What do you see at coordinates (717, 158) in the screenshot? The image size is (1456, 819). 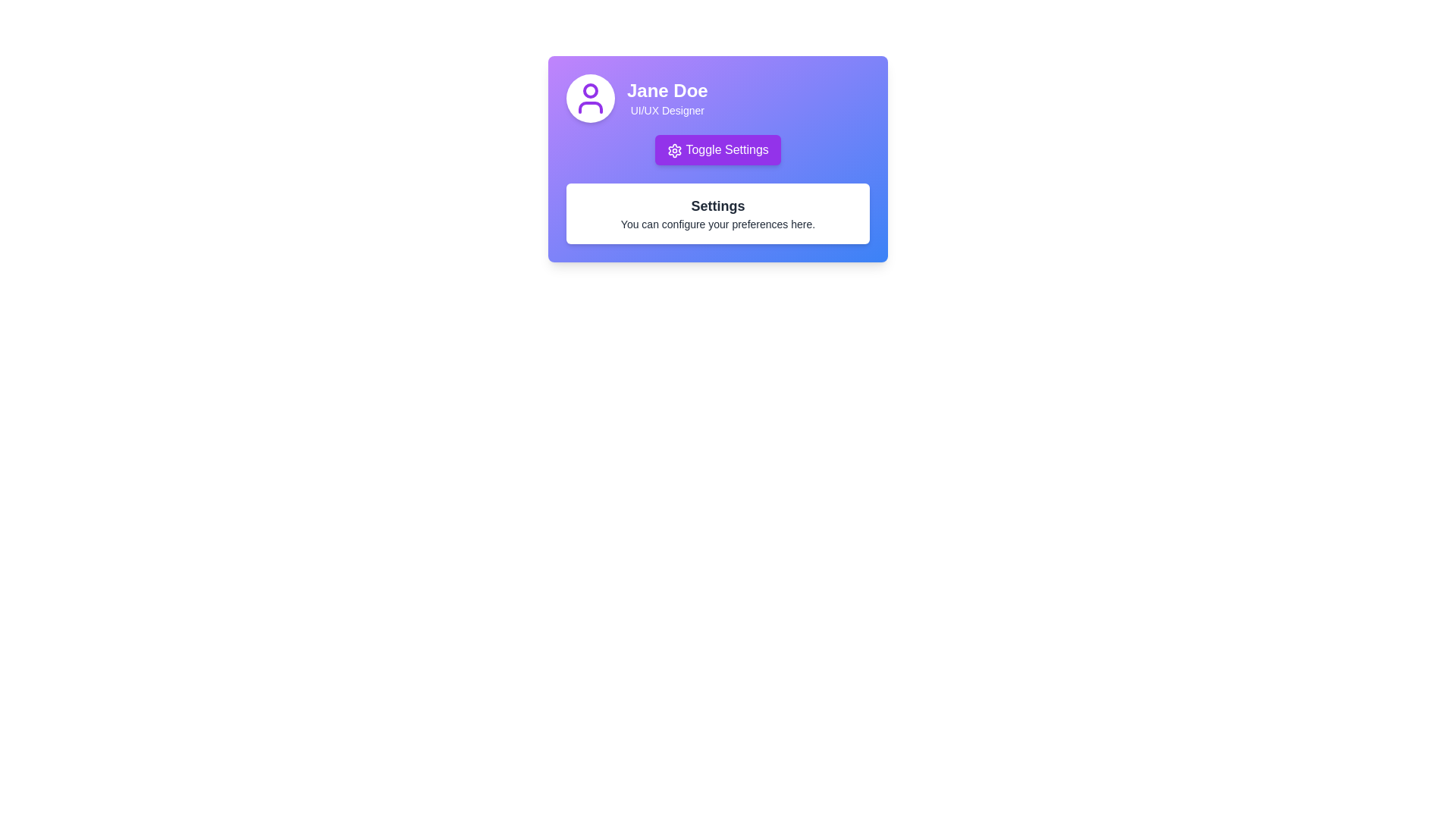 I see `displayed user information from the large gradient card located in the upper-middle part of the interface, which contains white text structured into a title, subtitle, and descriptions` at bounding box center [717, 158].